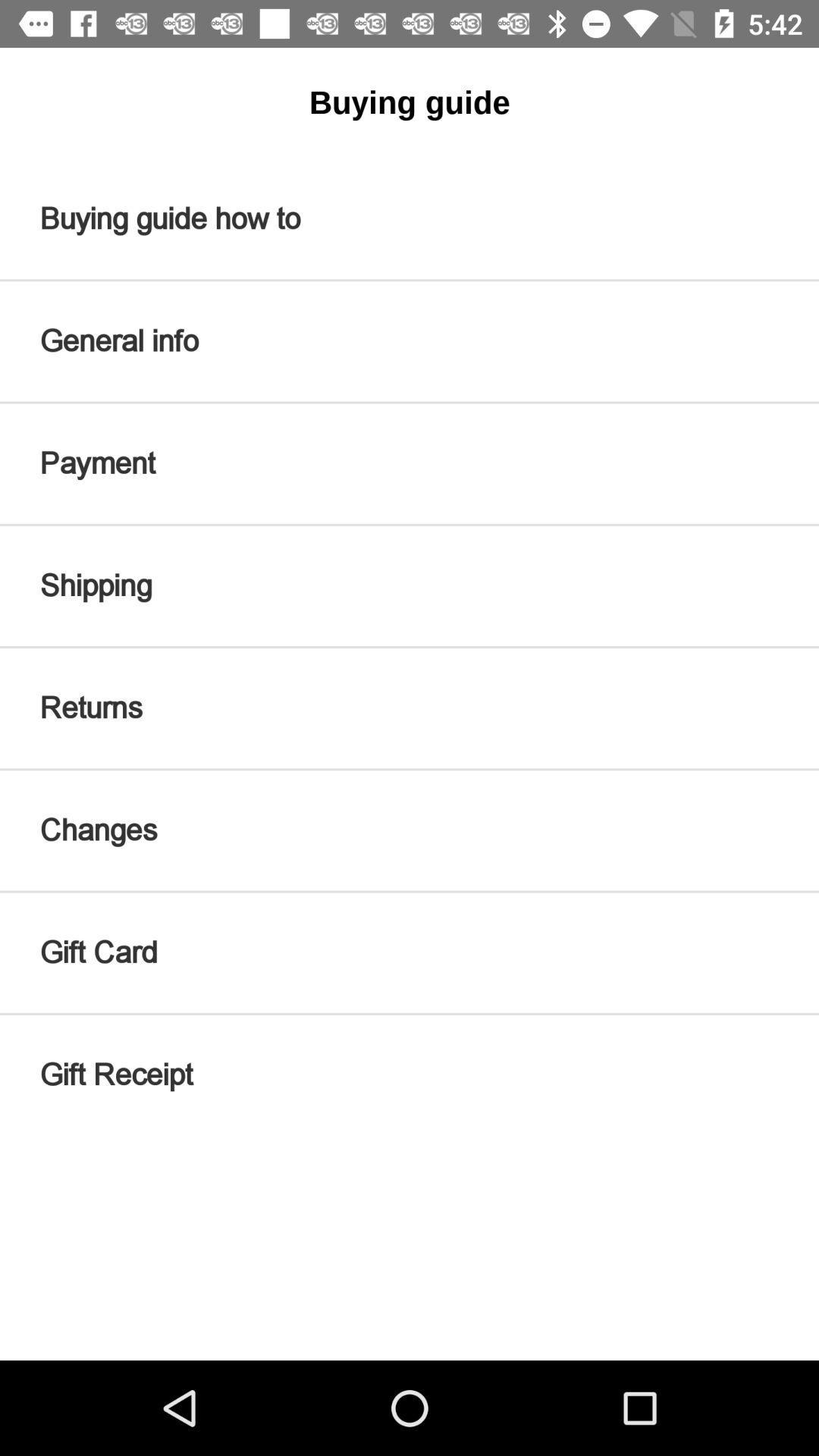  Describe the element at coordinates (409, 952) in the screenshot. I see `icon below changes item` at that location.